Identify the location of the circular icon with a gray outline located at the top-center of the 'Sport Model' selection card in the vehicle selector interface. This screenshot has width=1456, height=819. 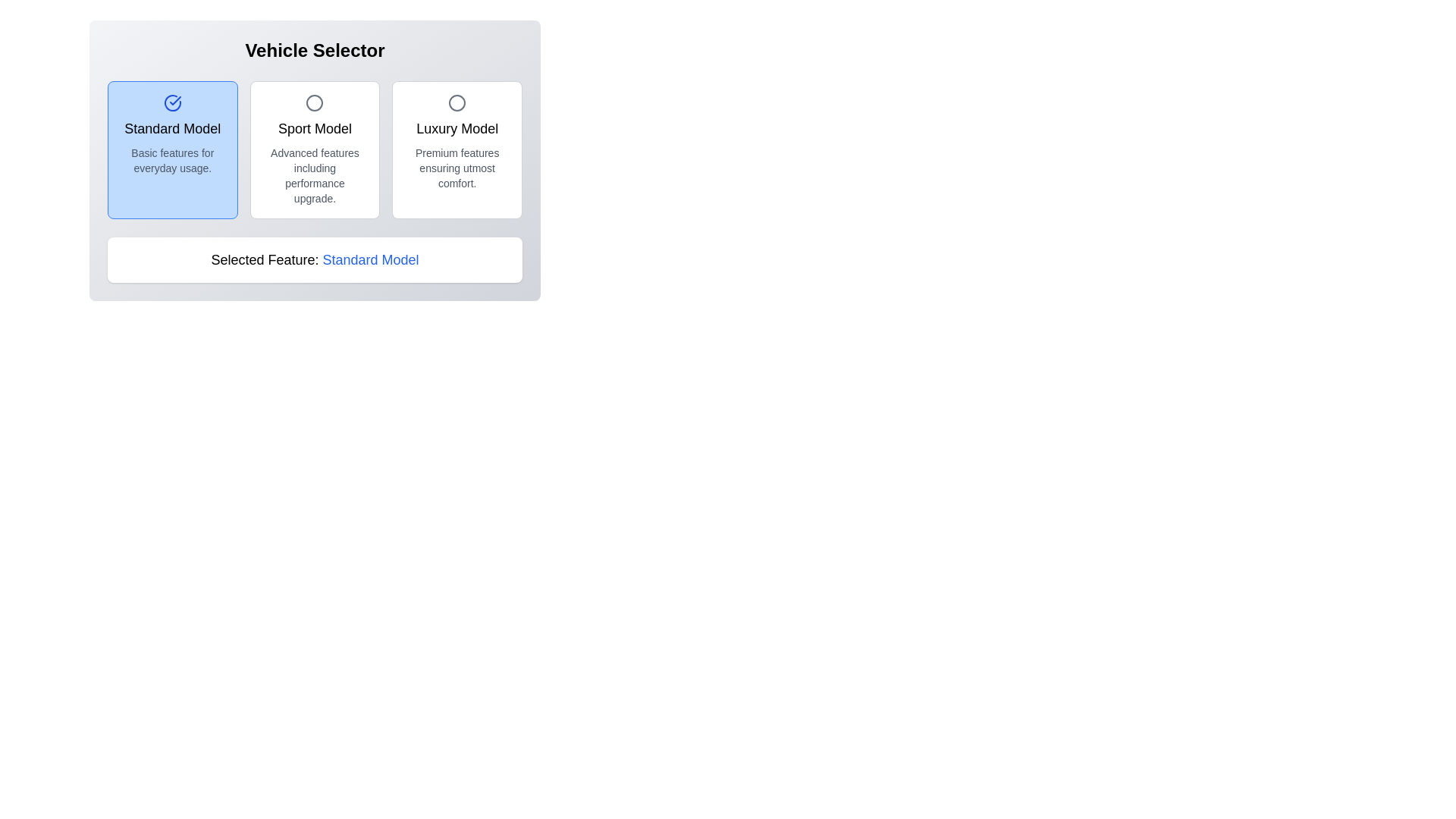
(314, 102).